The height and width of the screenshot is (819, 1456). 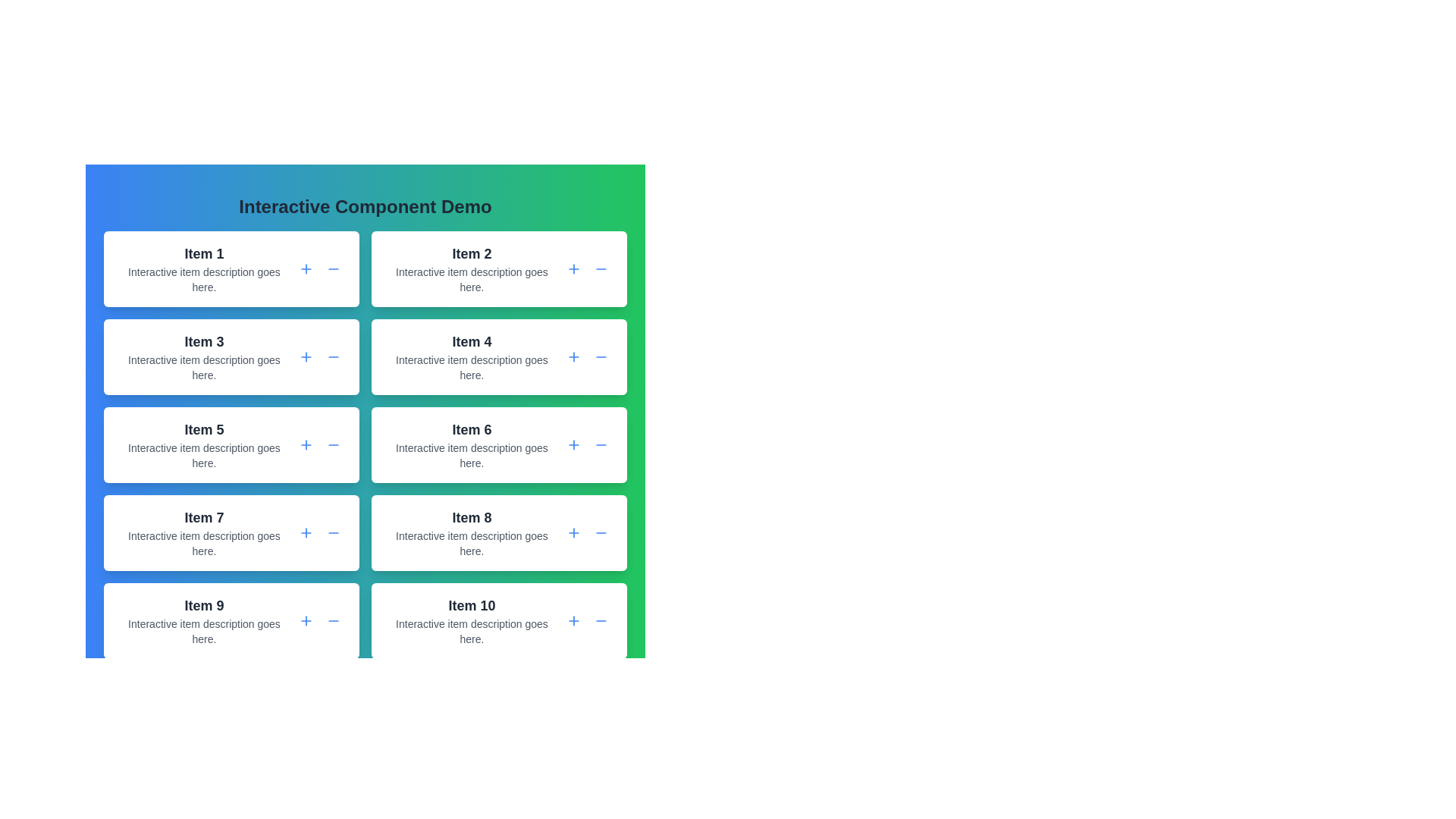 What do you see at coordinates (203, 368) in the screenshot?
I see `the text element providing supplementary information for 'Item 3', located directly below the title in the third card of the left column` at bounding box center [203, 368].